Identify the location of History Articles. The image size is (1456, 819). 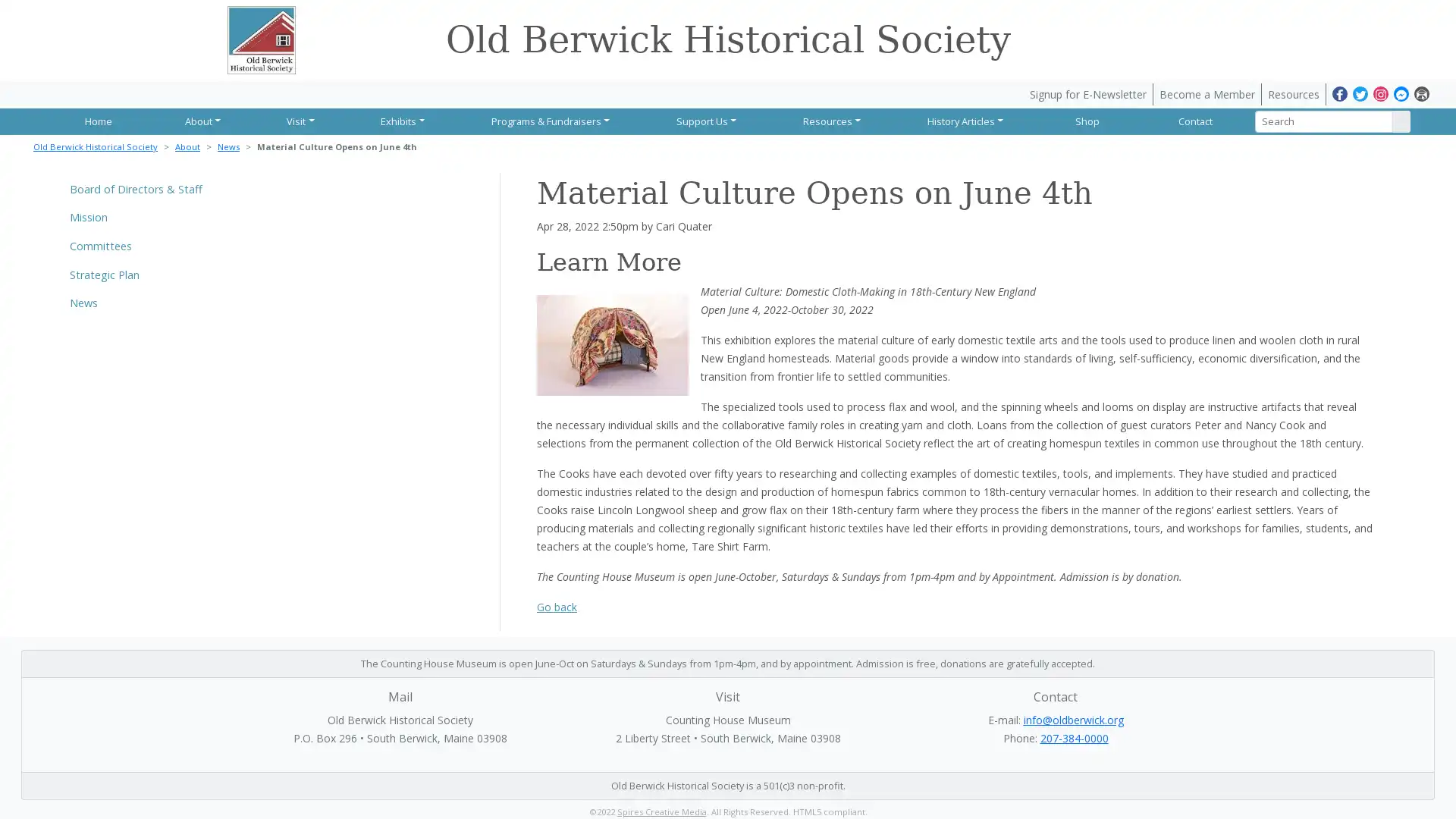
(960, 120).